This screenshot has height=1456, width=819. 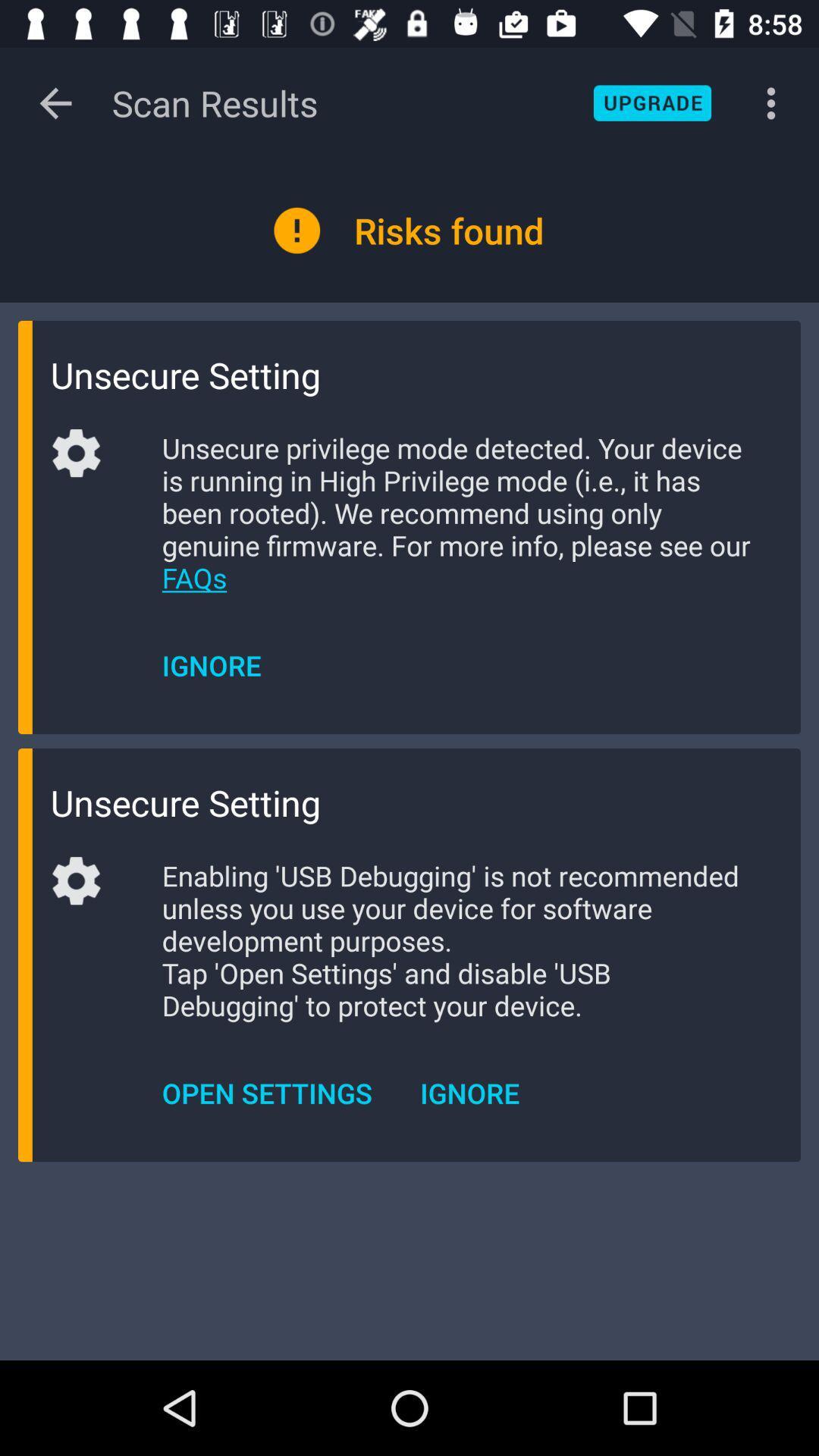 I want to click on the blue button which is on the top right side of the page, so click(x=651, y=102).